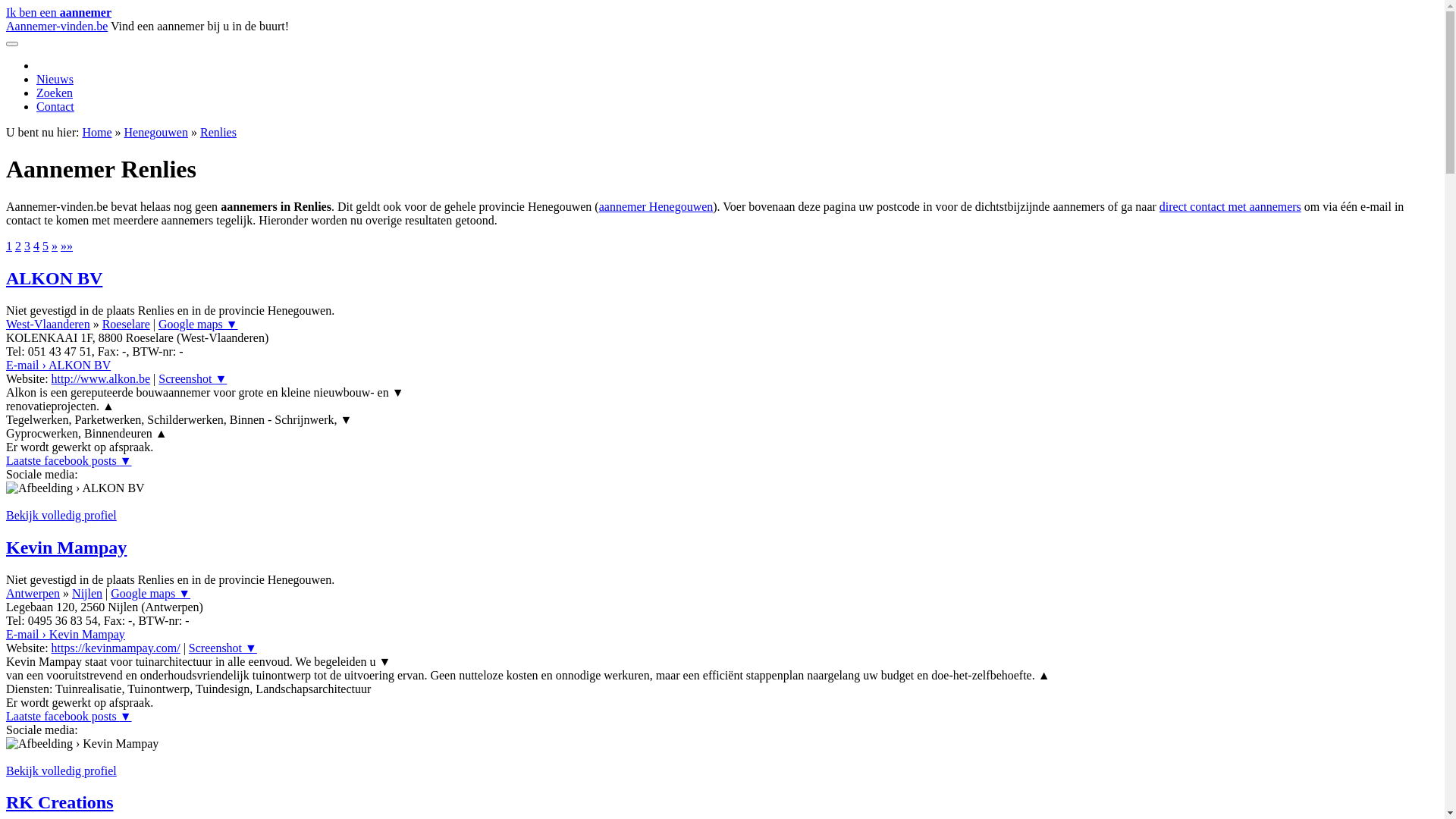  I want to click on 'aannemer Henegouwen', so click(656, 206).